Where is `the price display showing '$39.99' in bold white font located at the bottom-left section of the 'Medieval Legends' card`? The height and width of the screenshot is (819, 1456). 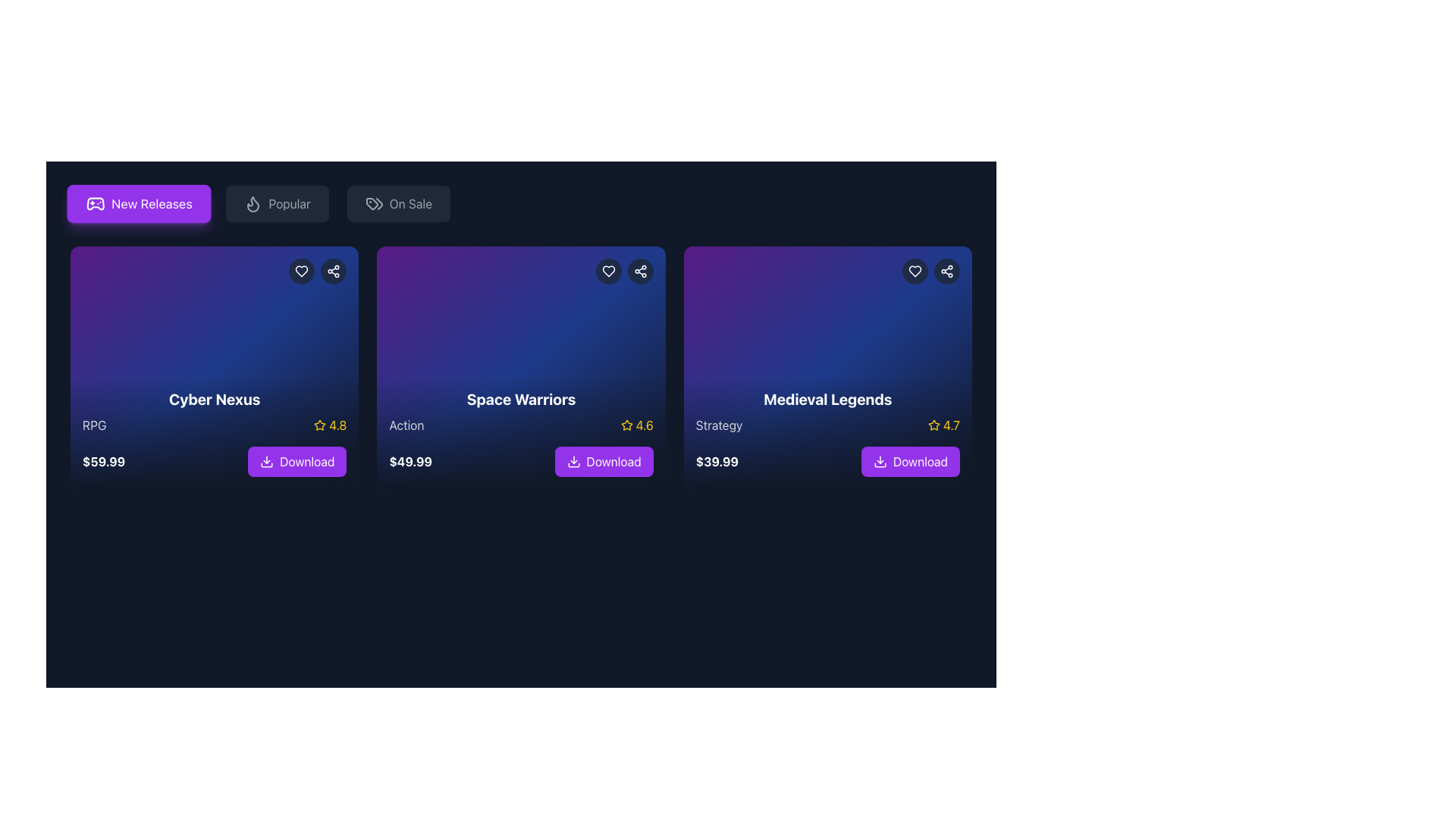
the price display showing '$39.99' in bold white font located at the bottom-left section of the 'Medieval Legends' card is located at coordinates (716, 461).